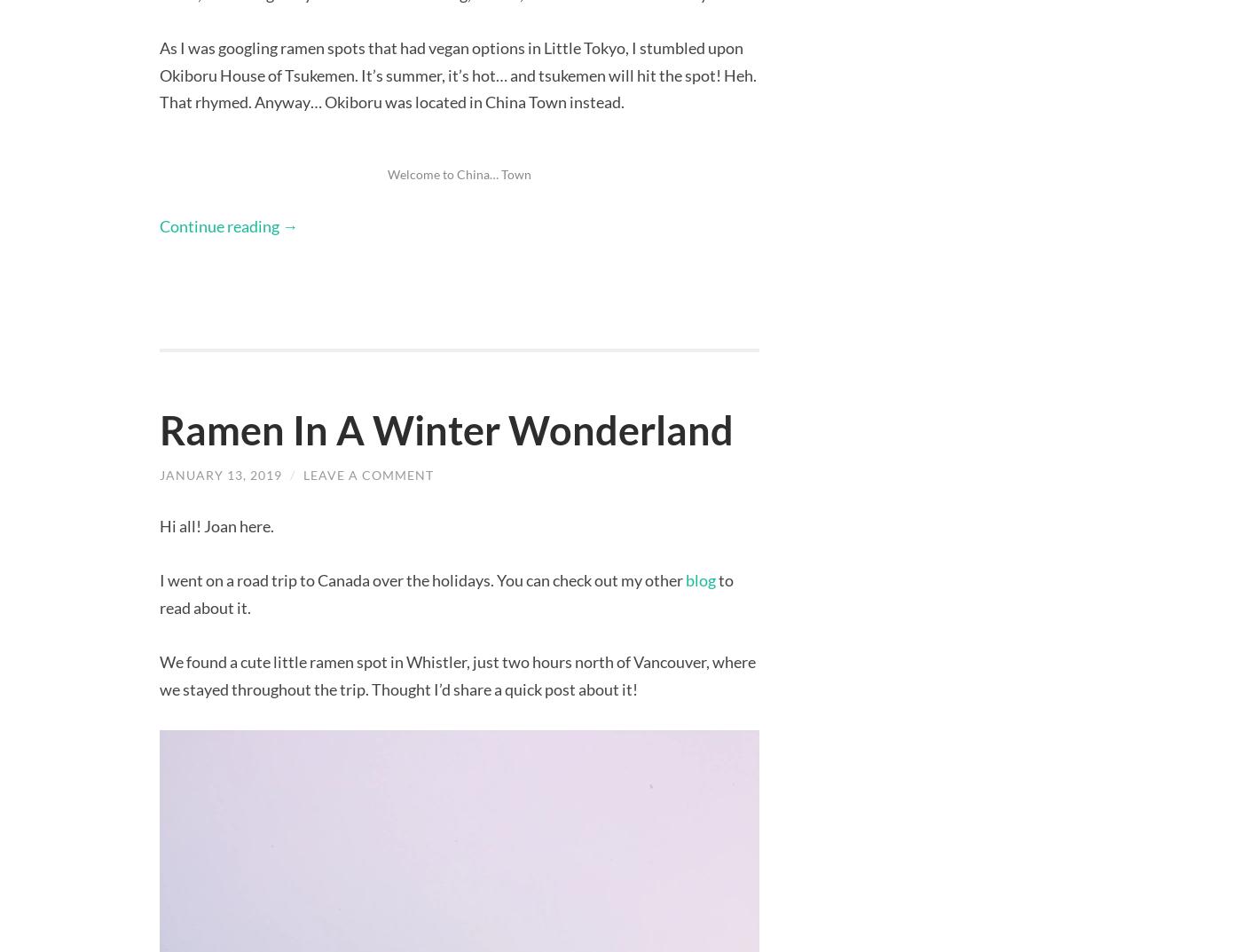 This screenshot has width=1242, height=952. Describe the element at coordinates (159, 224) in the screenshot. I see `'Continue reading'` at that location.